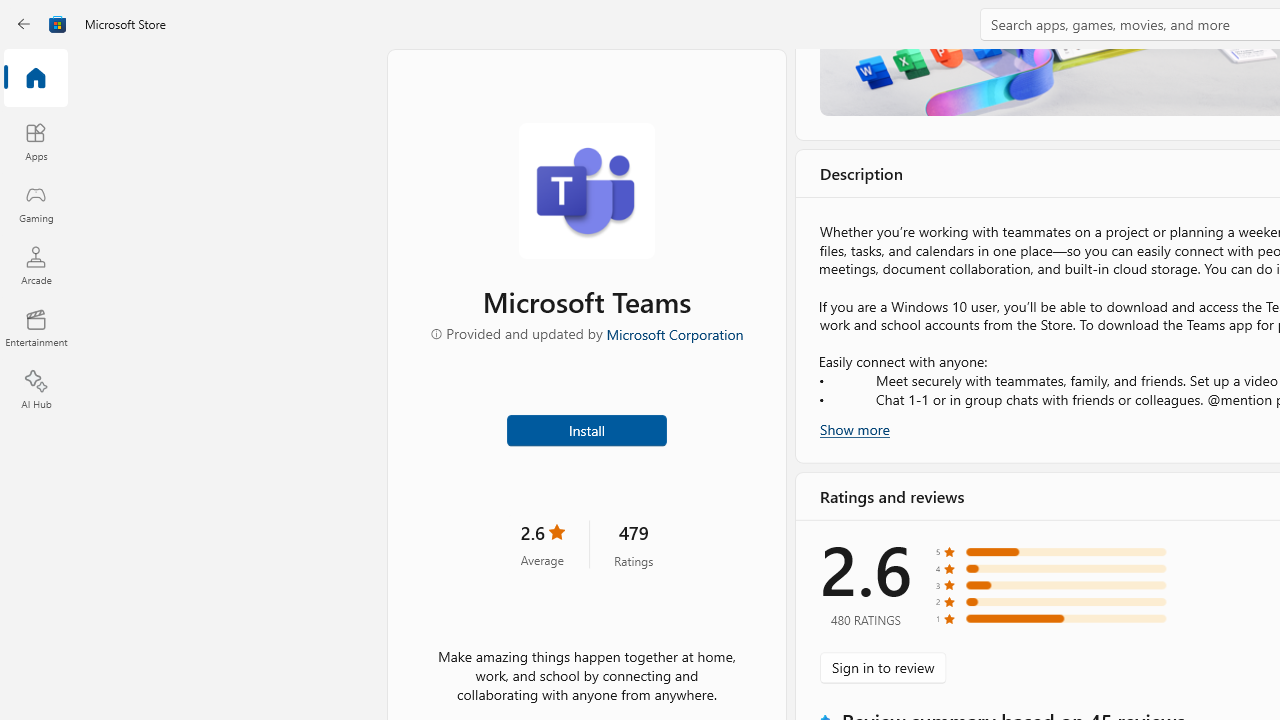 The width and height of the screenshot is (1280, 720). What do you see at coordinates (673, 332) in the screenshot?
I see `'Microsoft Corporation'` at bounding box center [673, 332].